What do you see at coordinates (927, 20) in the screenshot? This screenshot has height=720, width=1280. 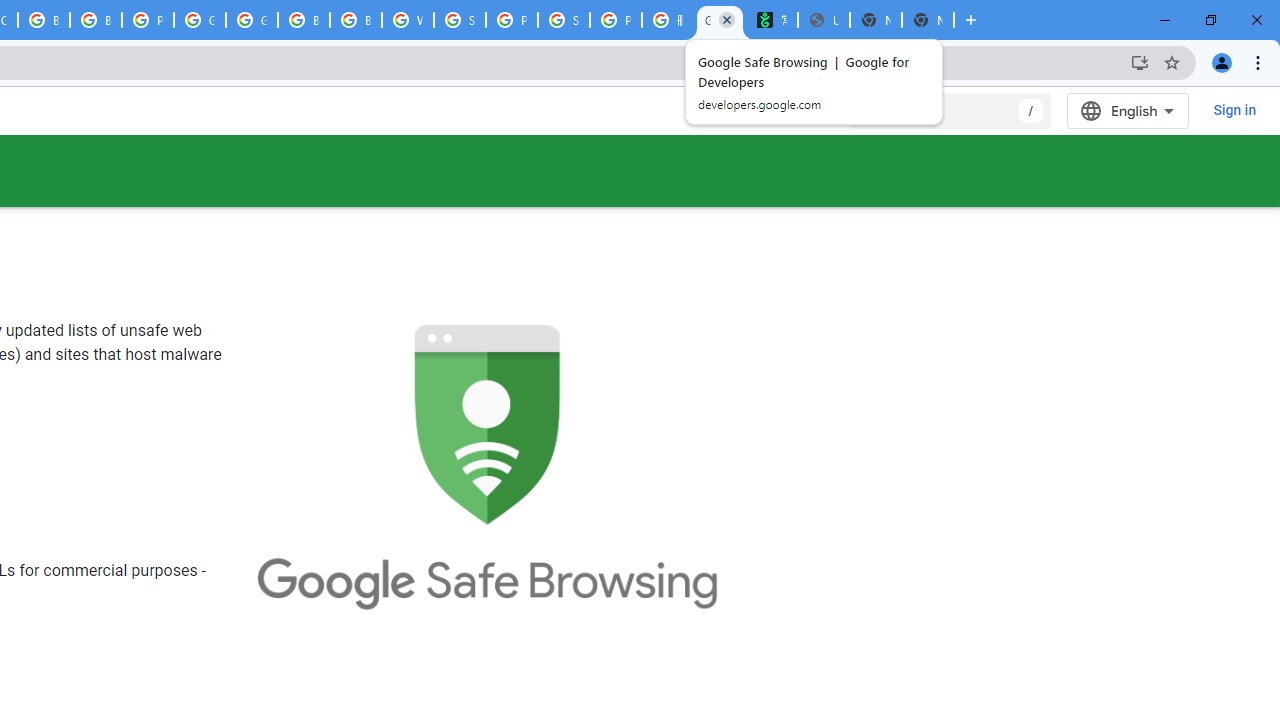 I see `'New Tab'` at bounding box center [927, 20].